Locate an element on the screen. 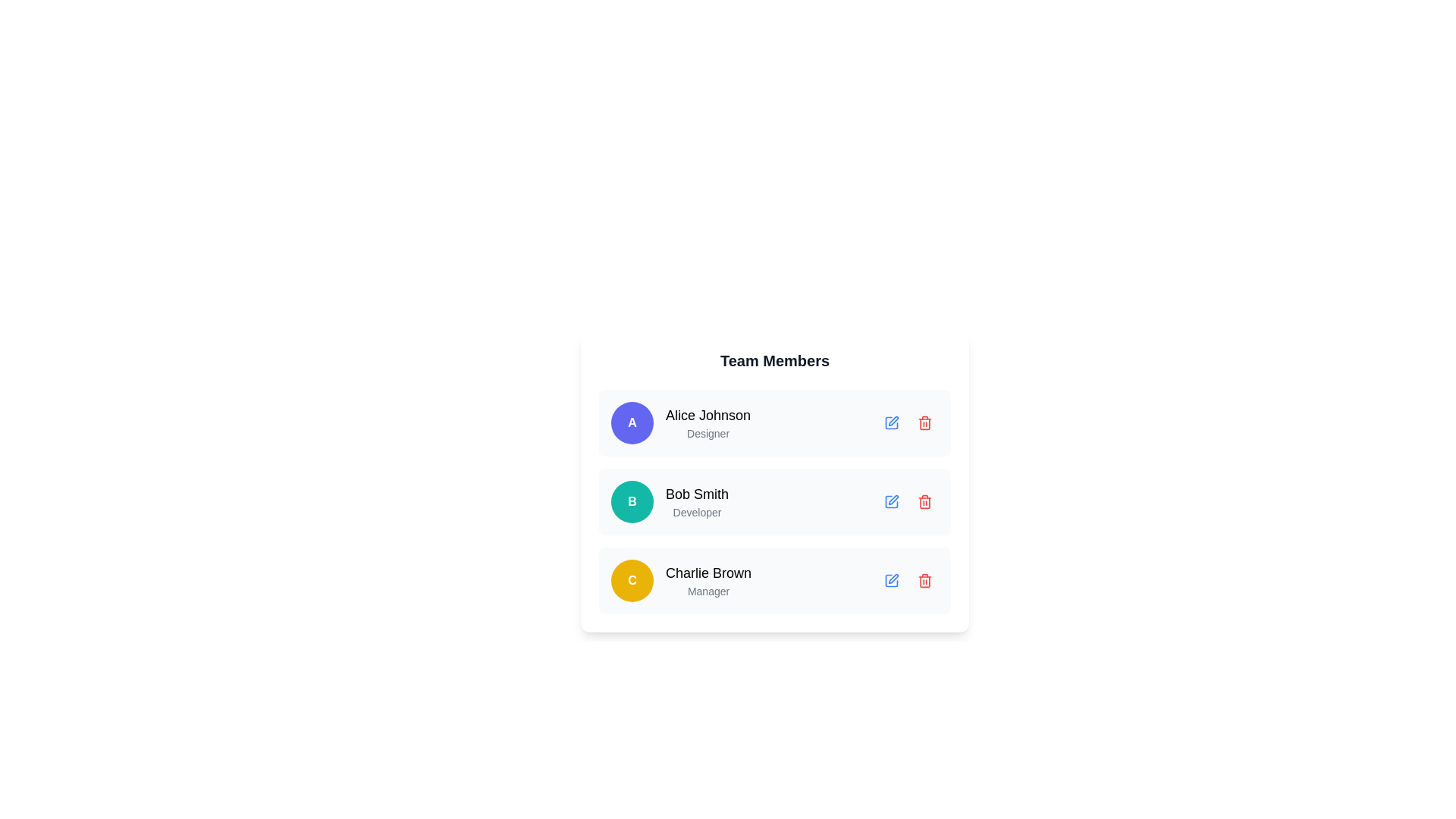  the action button for editing 'Bob Smith' in the 'Team Members' list is located at coordinates (892, 502).